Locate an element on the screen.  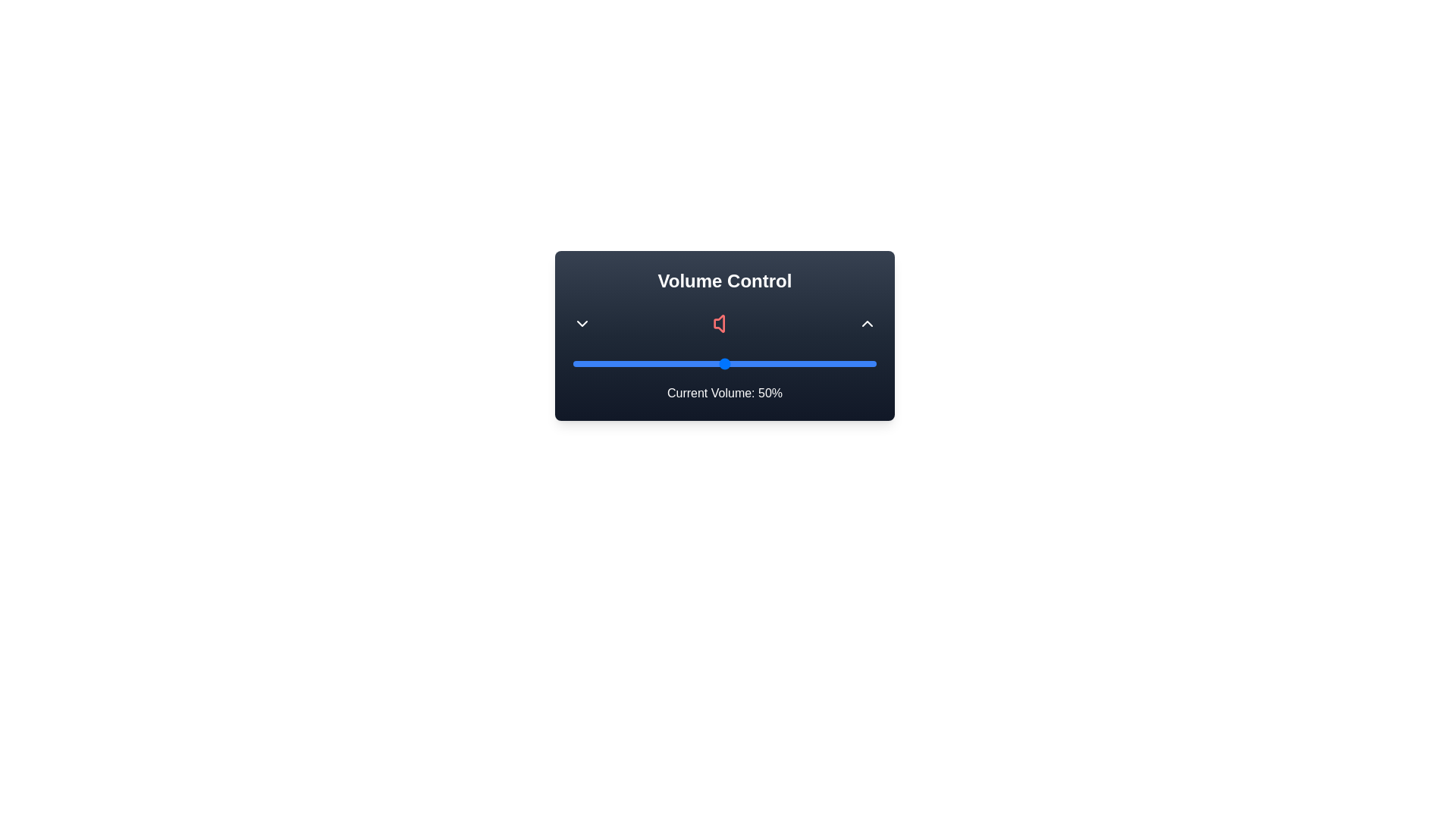
the up arrow button to increase the volume is located at coordinates (867, 323).